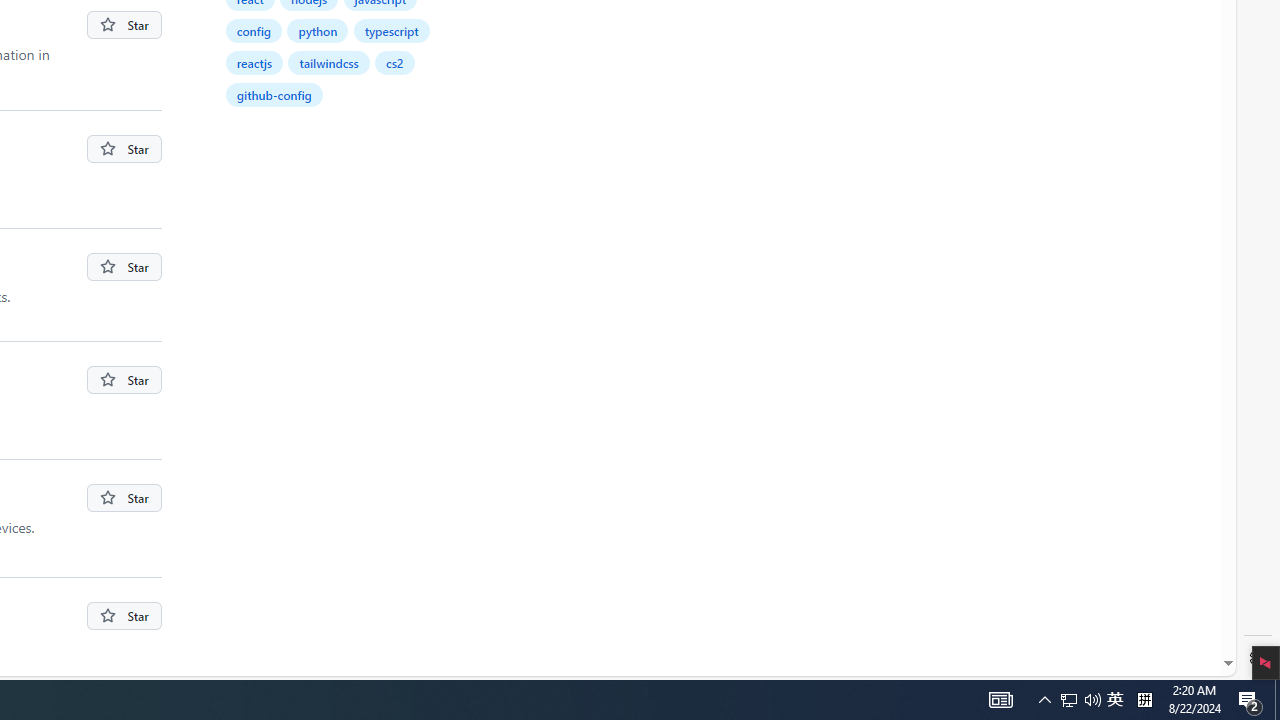 The height and width of the screenshot is (720, 1280). Describe the element at coordinates (330, 61) in the screenshot. I see `'tailwindcss'` at that location.